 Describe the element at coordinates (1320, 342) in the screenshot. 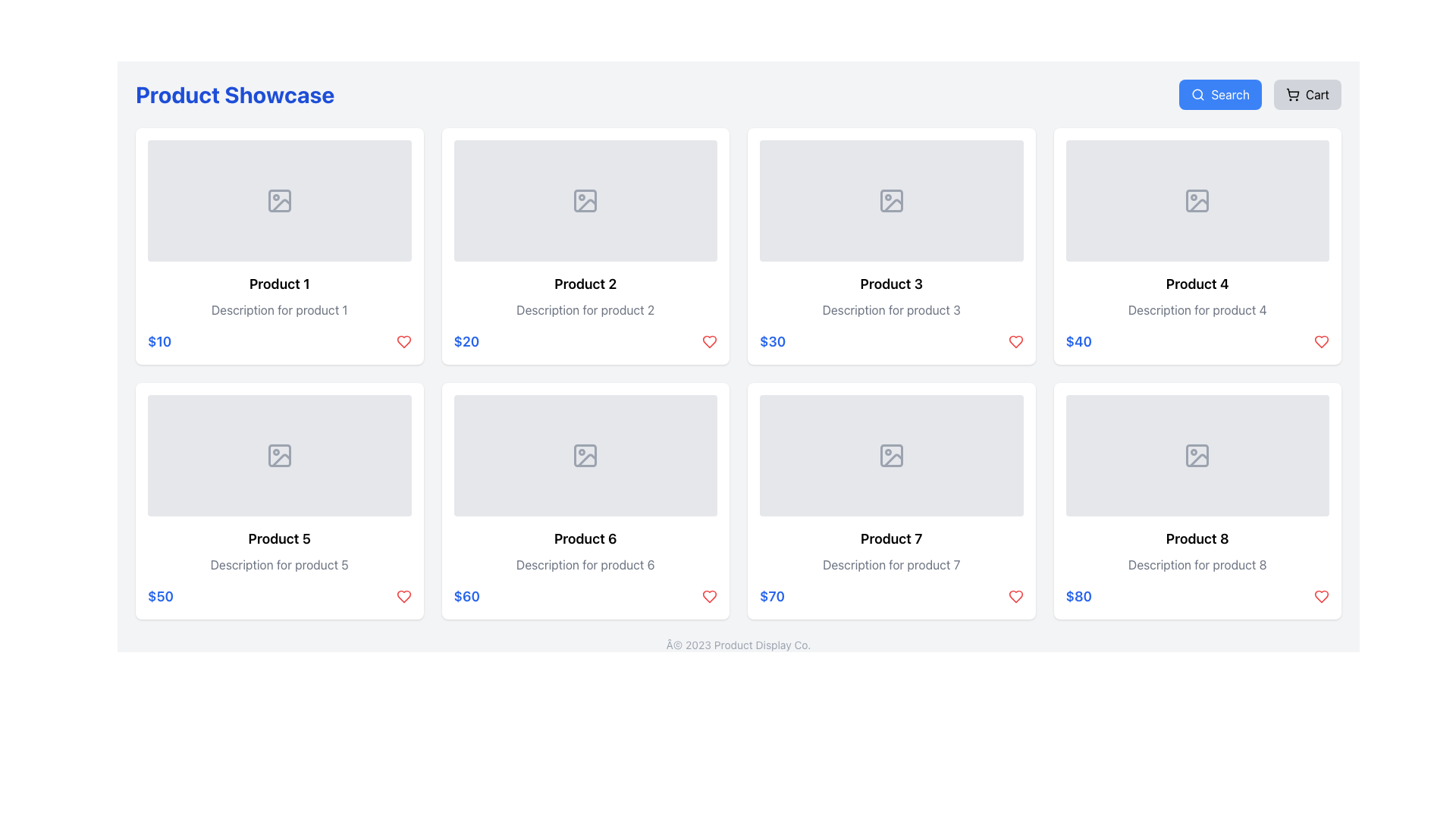

I see `the heart icon button located to the right of the price '$40' in the 'Product 4' card` at that location.